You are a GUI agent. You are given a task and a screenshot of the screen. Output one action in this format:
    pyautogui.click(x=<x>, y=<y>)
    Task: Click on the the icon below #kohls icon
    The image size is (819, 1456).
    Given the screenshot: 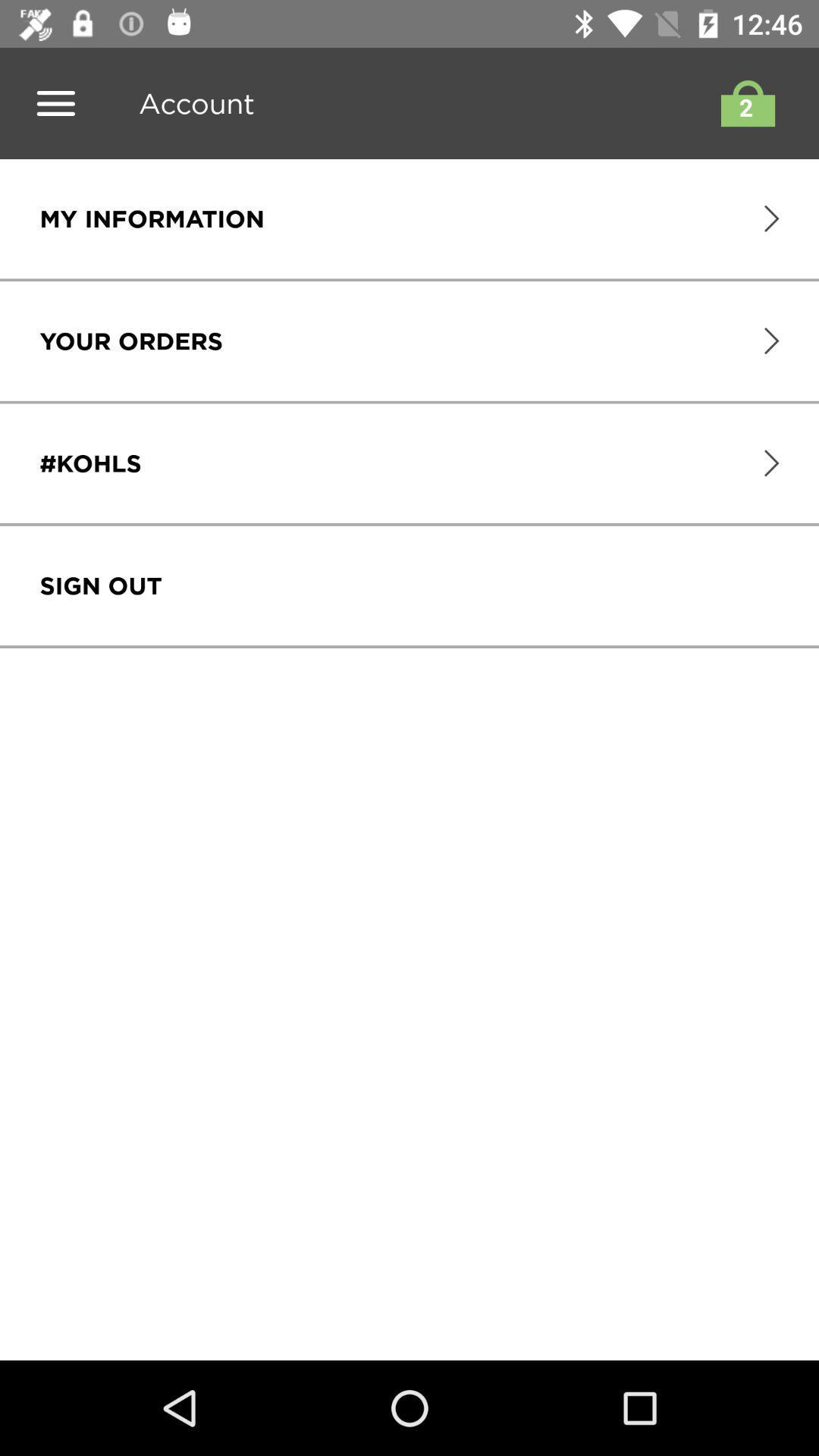 What is the action you would take?
    pyautogui.click(x=101, y=585)
    